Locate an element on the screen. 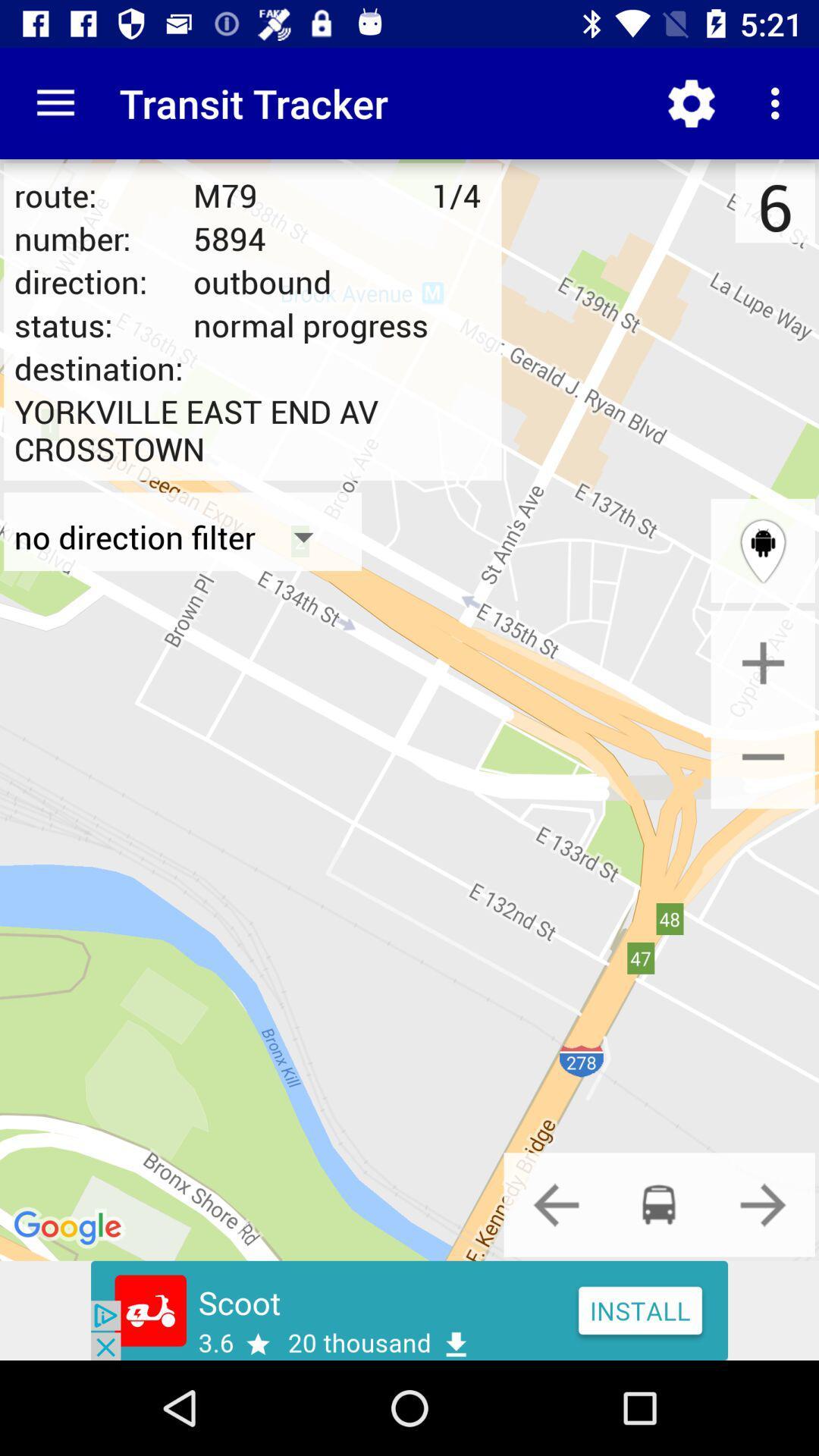 The width and height of the screenshot is (819, 1456). change mode of travel is located at coordinates (556, 1203).